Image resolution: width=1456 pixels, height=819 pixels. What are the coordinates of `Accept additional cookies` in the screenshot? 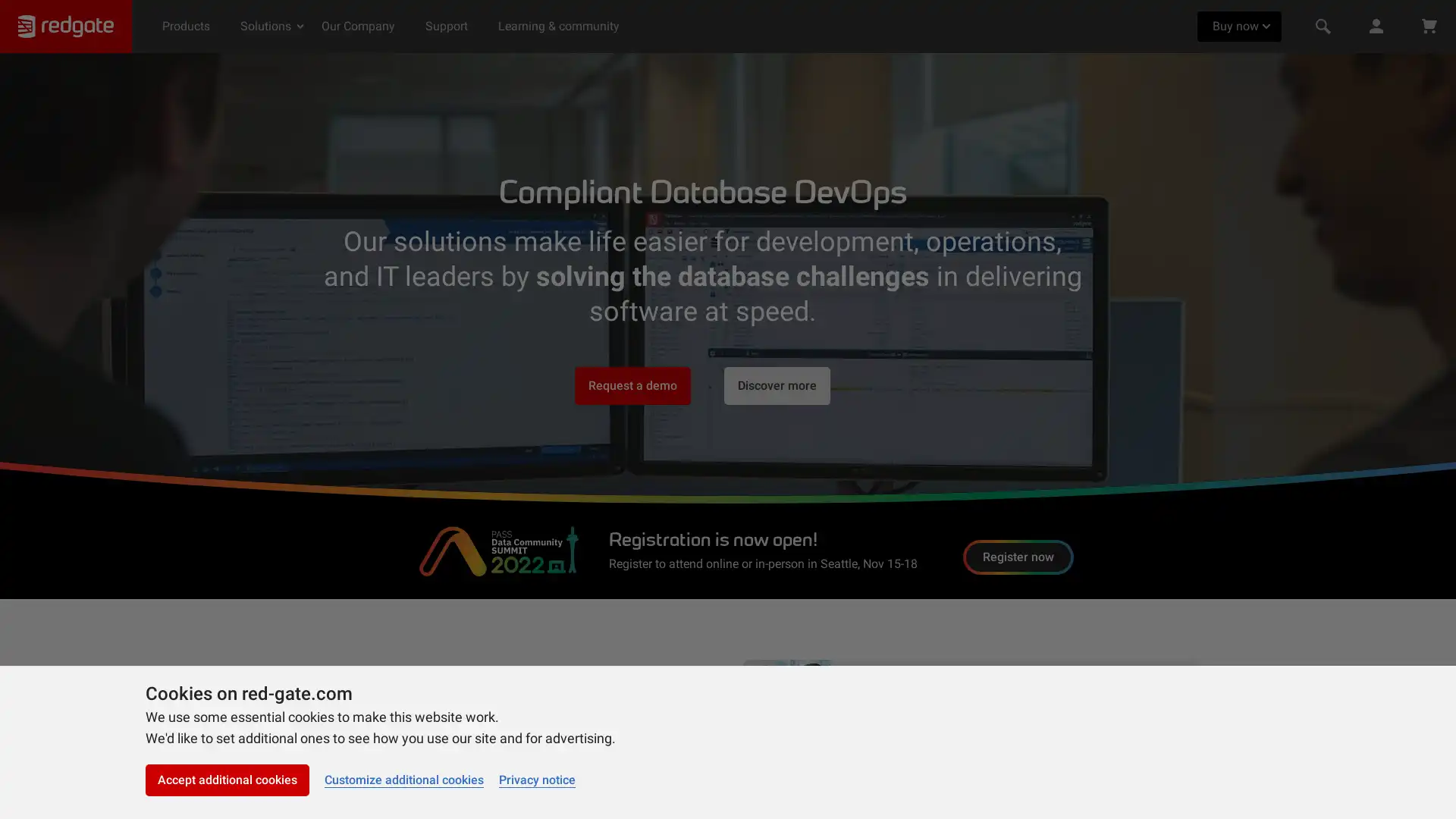 It's located at (226, 780).